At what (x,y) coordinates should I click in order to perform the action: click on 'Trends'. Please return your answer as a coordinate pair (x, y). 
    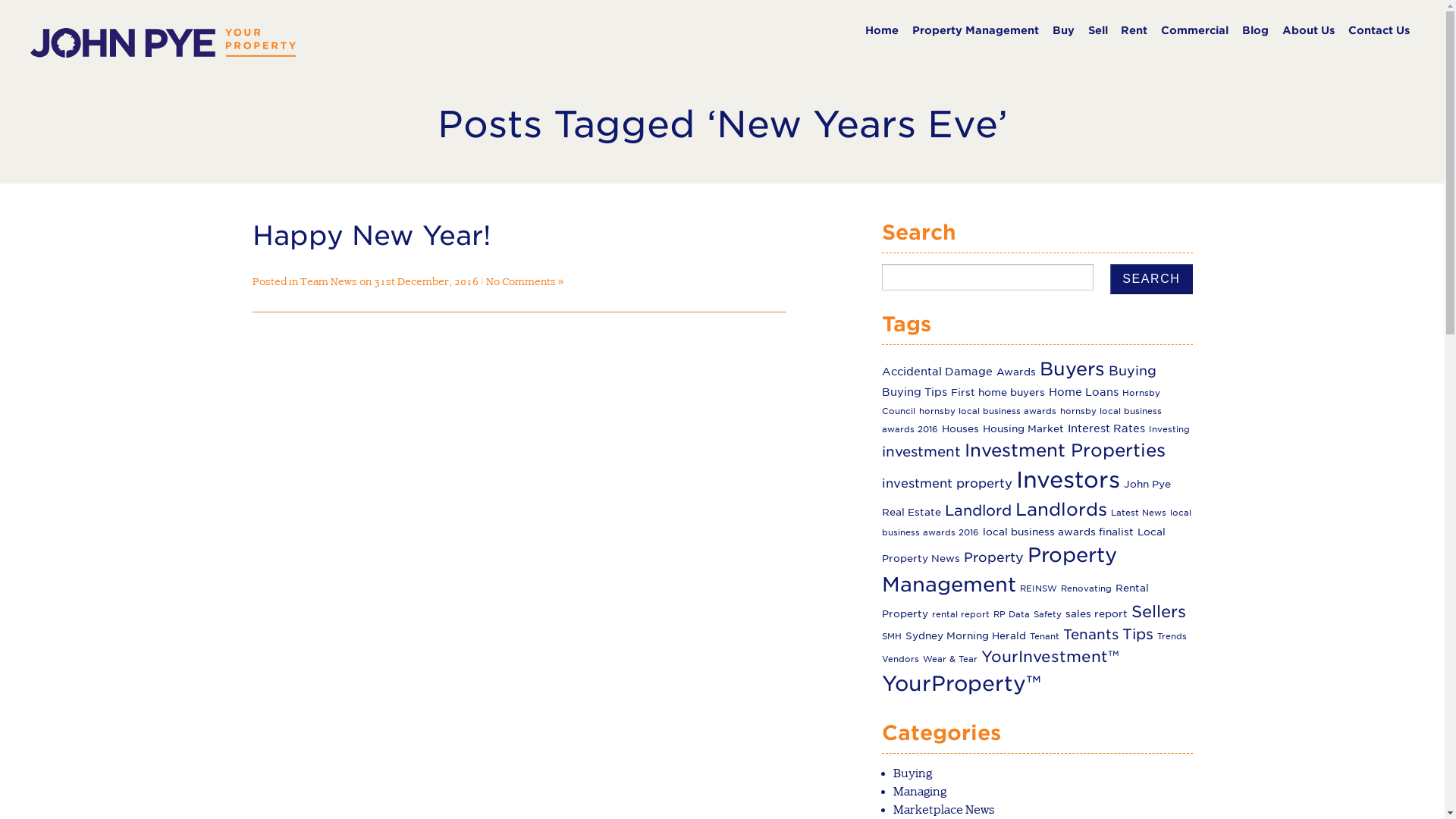
    Looking at the image, I should click on (1171, 636).